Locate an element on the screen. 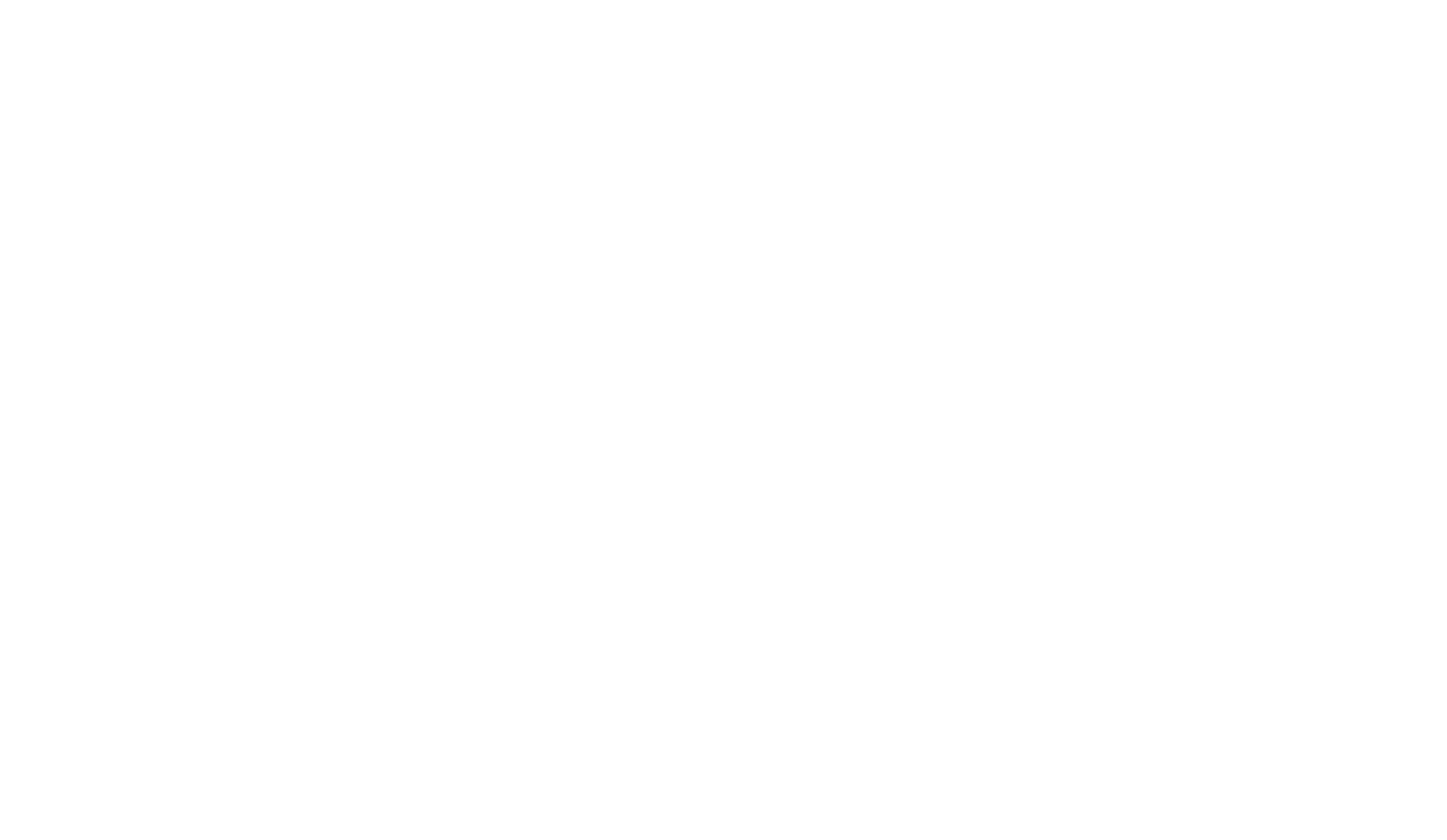 The height and width of the screenshot is (840, 1447). 'Maroc' is located at coordinates (346, 167).